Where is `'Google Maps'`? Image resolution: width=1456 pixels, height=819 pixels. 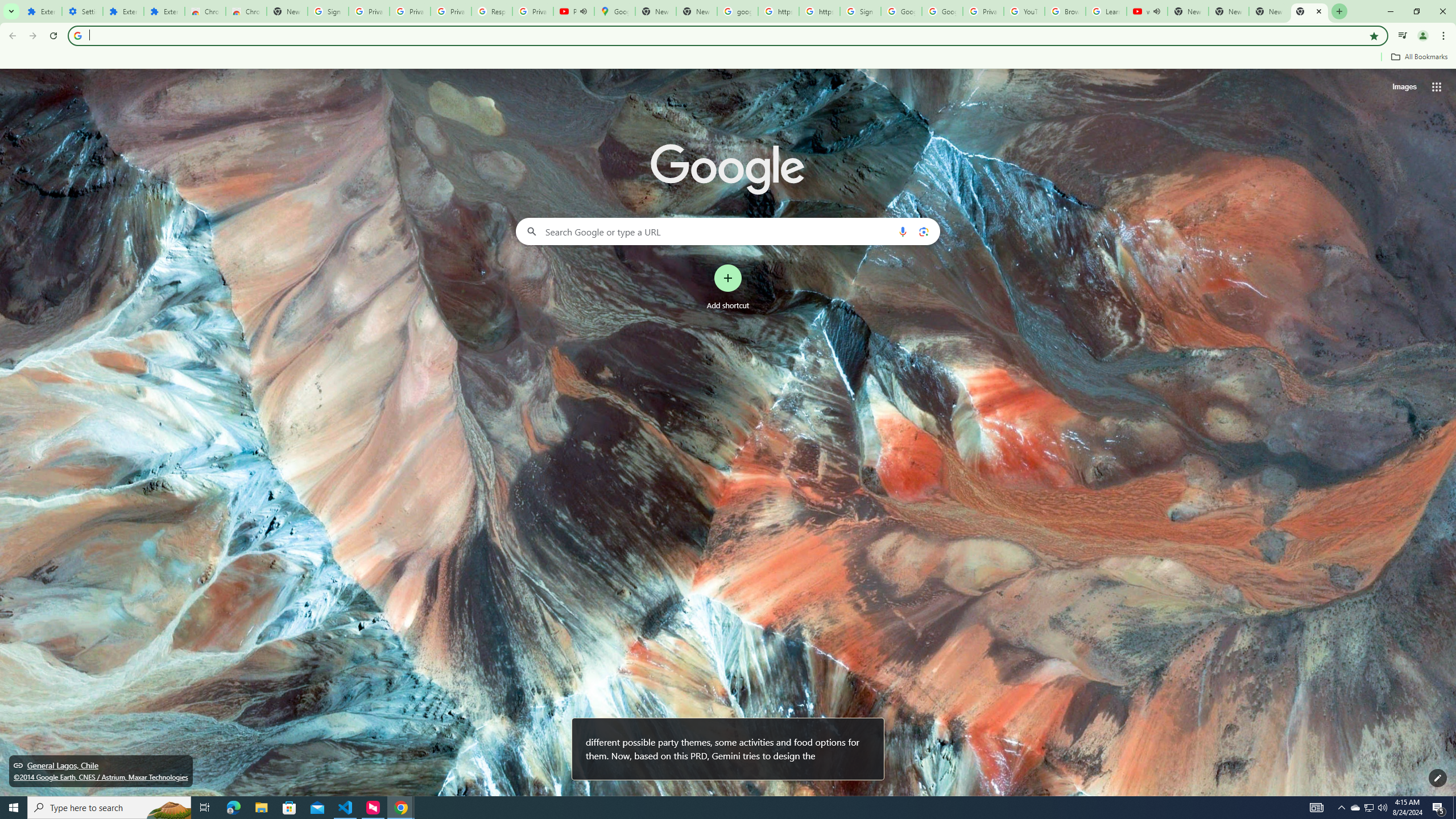 'Google Maps' is located at coordinates (614, 11).